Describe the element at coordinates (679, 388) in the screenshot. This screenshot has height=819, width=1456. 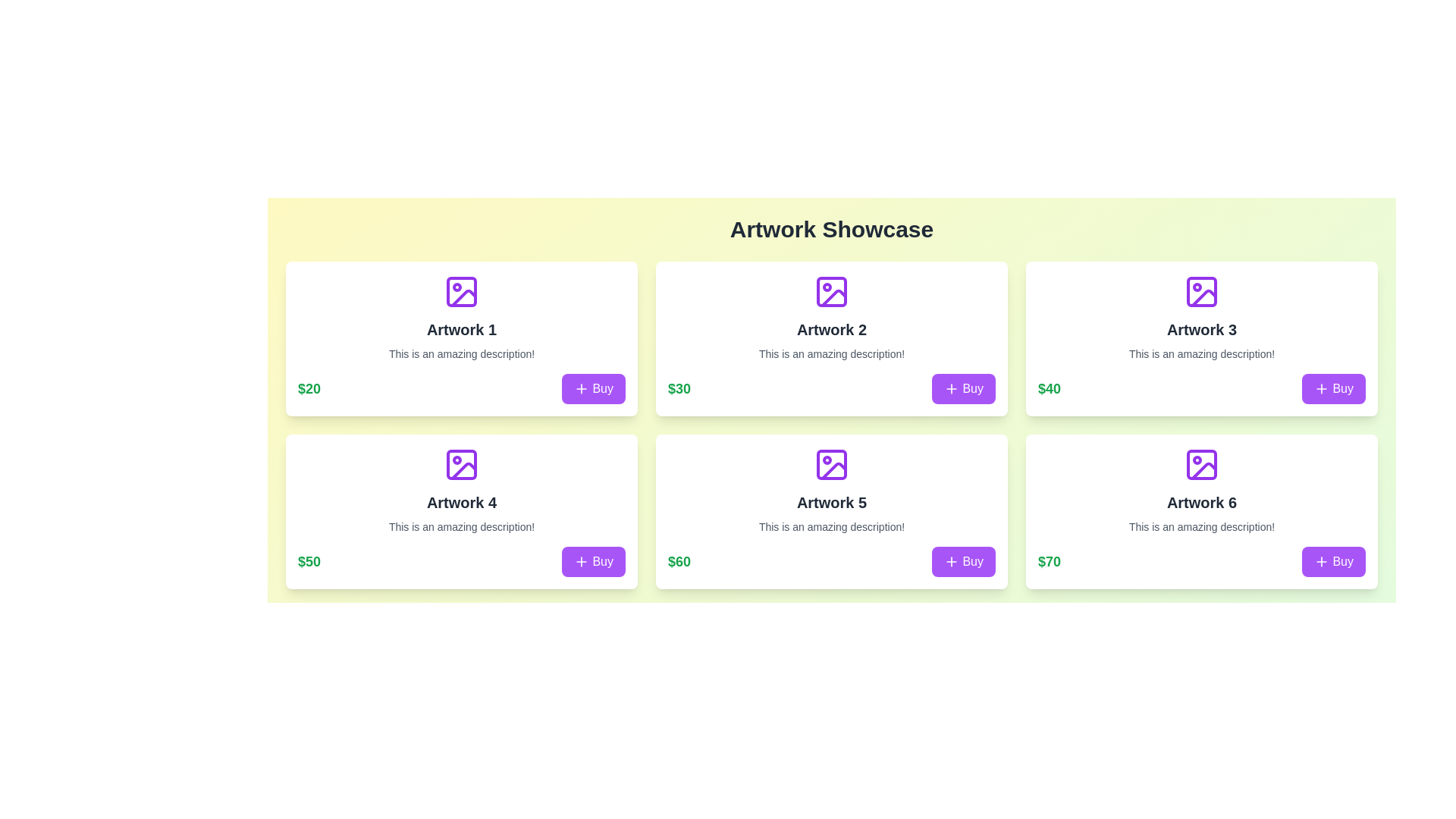
I see `the price displayed on the bold green text label showing '$30' located` at that location.